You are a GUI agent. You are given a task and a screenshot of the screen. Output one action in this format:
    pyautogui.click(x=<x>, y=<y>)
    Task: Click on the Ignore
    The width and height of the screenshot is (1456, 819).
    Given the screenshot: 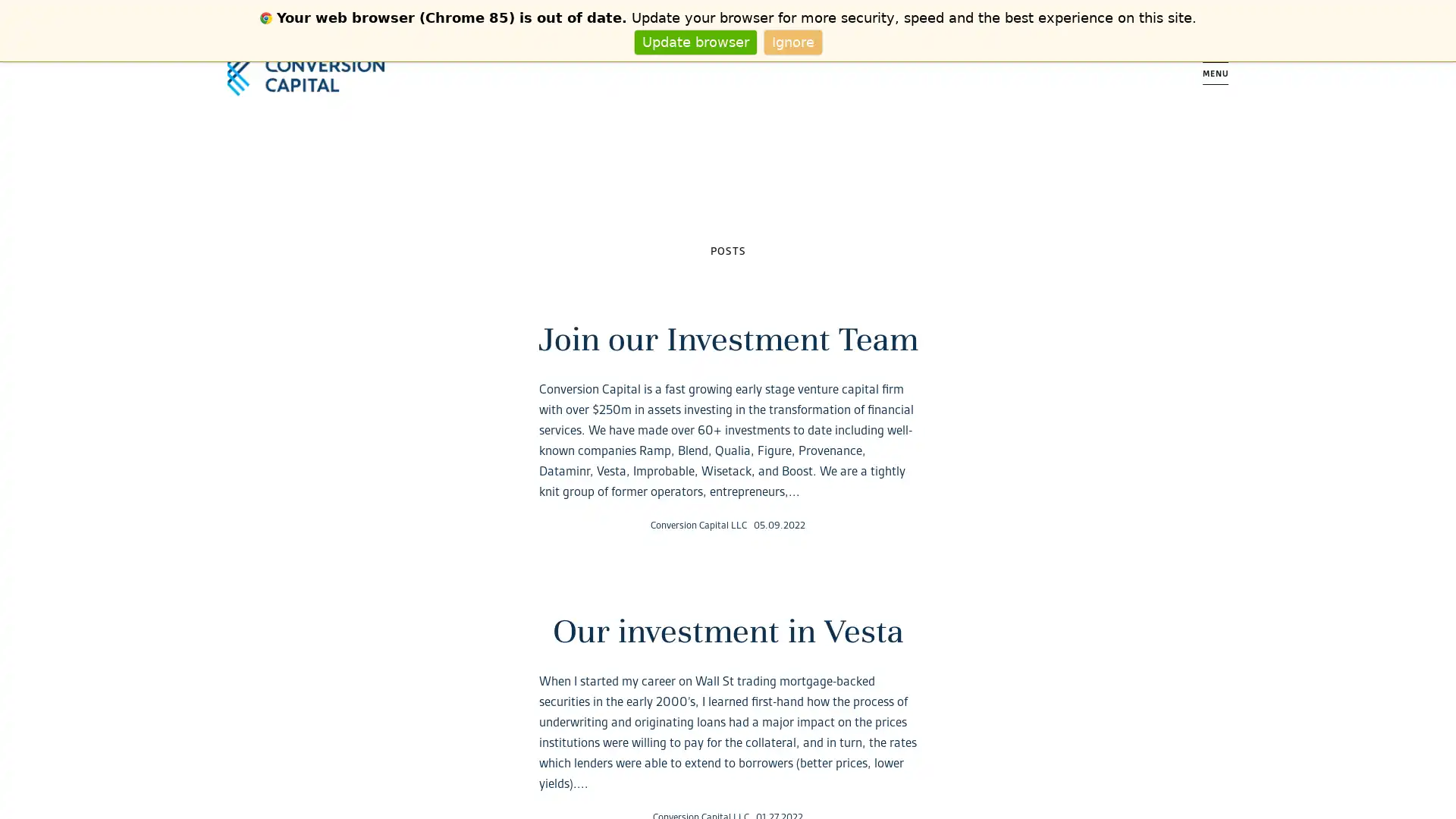 What is the action you would take?
    pyautogui.click(x=792, y=41)
    